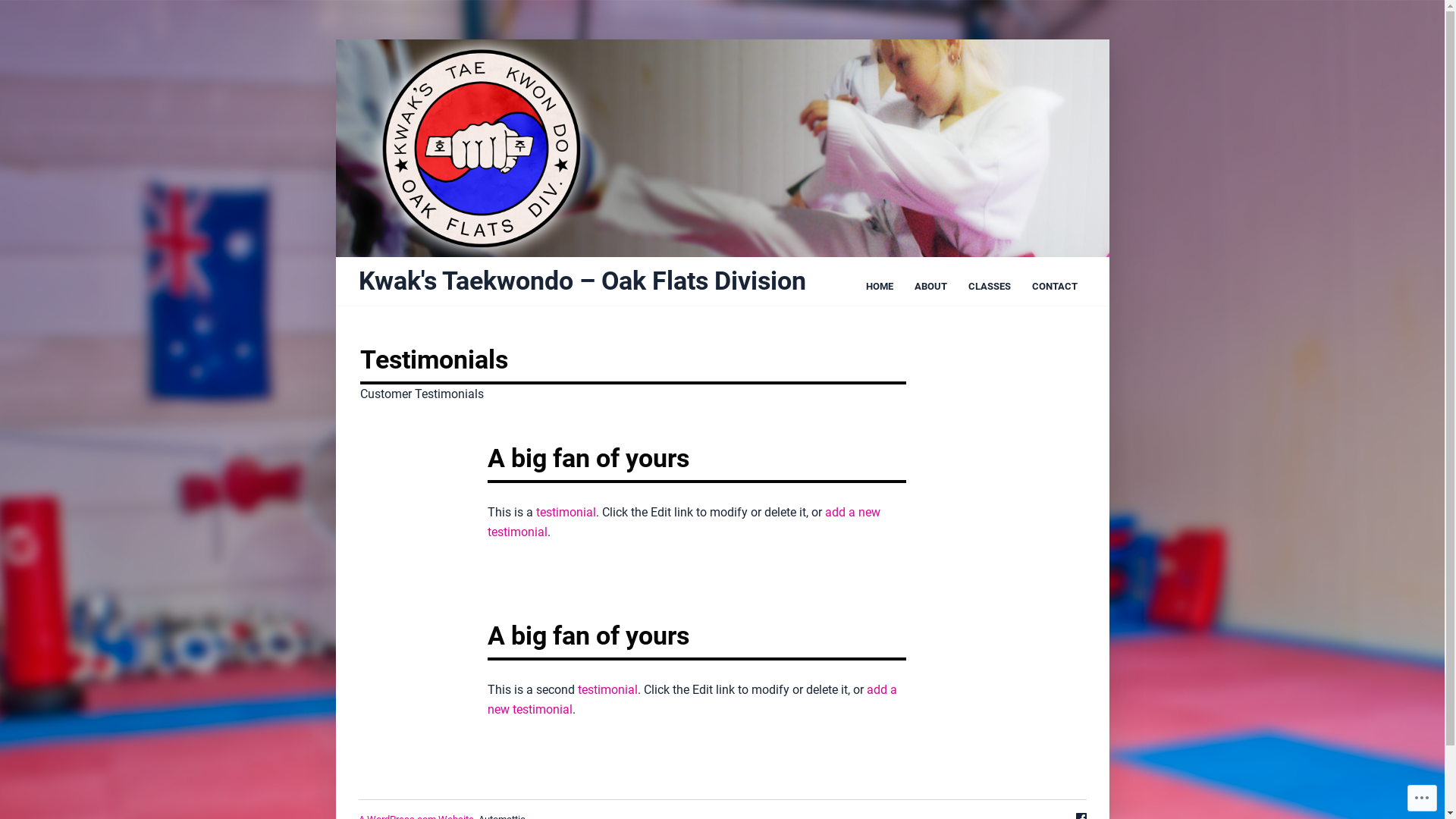 The image size is (1456, 819). What do you see at coordinates (488, 521) in the screenshot?
I see `'add a new testimonial'` at bounding box center [488, 521].